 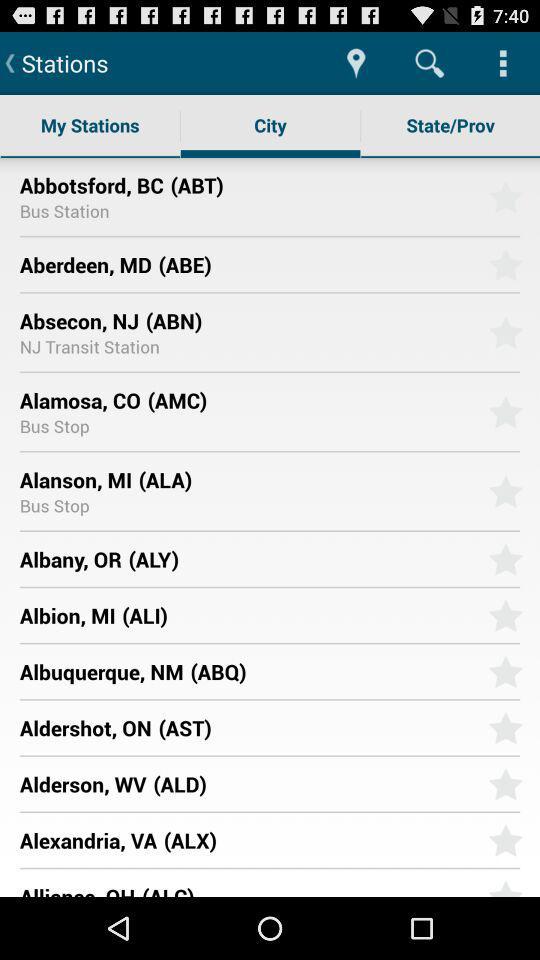 What do you see at coordinates (332, 671) in the screenshot?
I see `the item to the right of albuquerque, nm item` at bounding box center [332, 671].